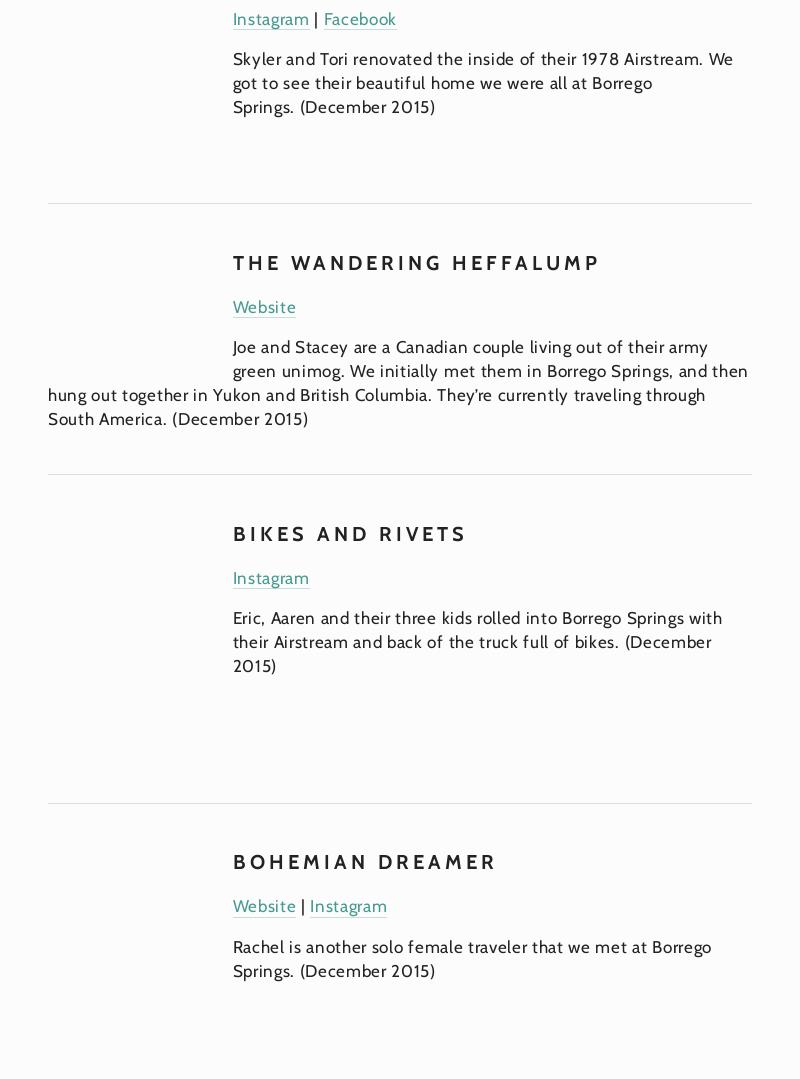  Describe the element at coordinates (479, 640) in the screenshot. I see `'Eric, Aaren and their three kids rolled into Borrego Springs with their Airstream and back of the truck full of bikes. (December 2015)'` at that location.